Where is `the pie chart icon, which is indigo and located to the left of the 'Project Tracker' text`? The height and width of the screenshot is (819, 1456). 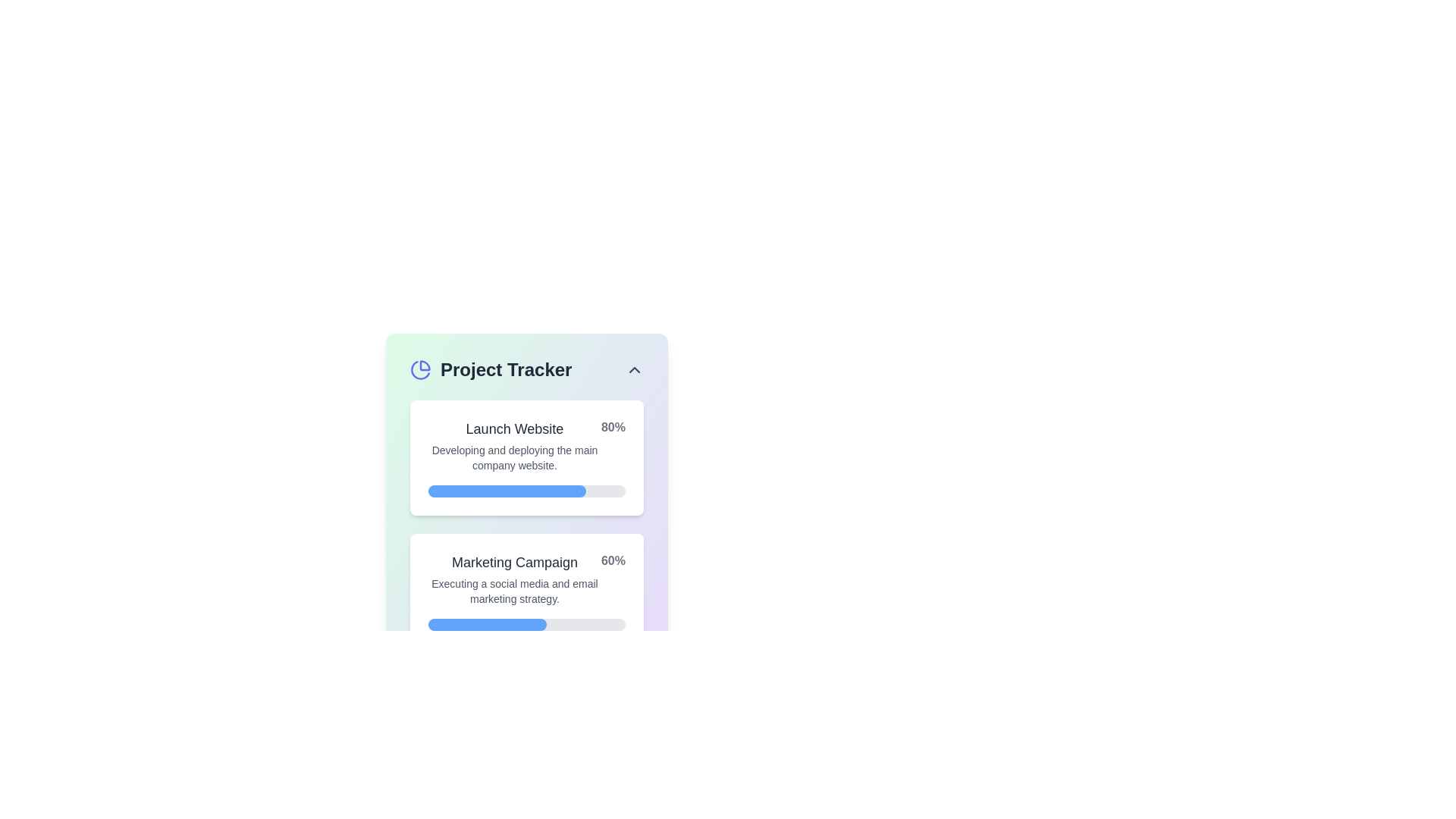 the pie chart icon, which is indigo and located to the left of the 'Project Tracker' text is located at coordinates (421, 370).